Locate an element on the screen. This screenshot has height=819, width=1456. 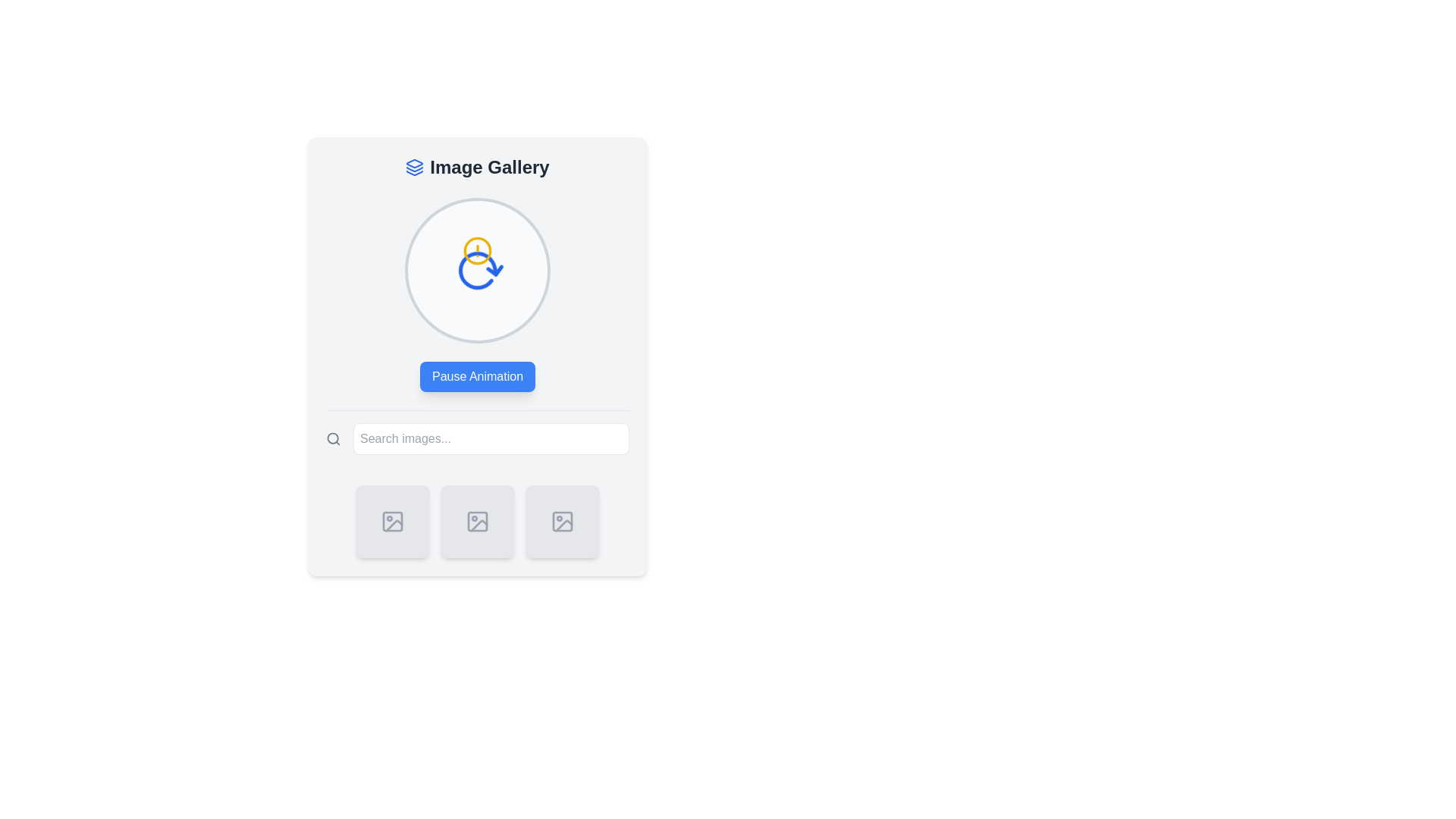
the third button in a horizontally aligned group of three buttons, which is likely used to interact with images is located at coordinates (562, 520).